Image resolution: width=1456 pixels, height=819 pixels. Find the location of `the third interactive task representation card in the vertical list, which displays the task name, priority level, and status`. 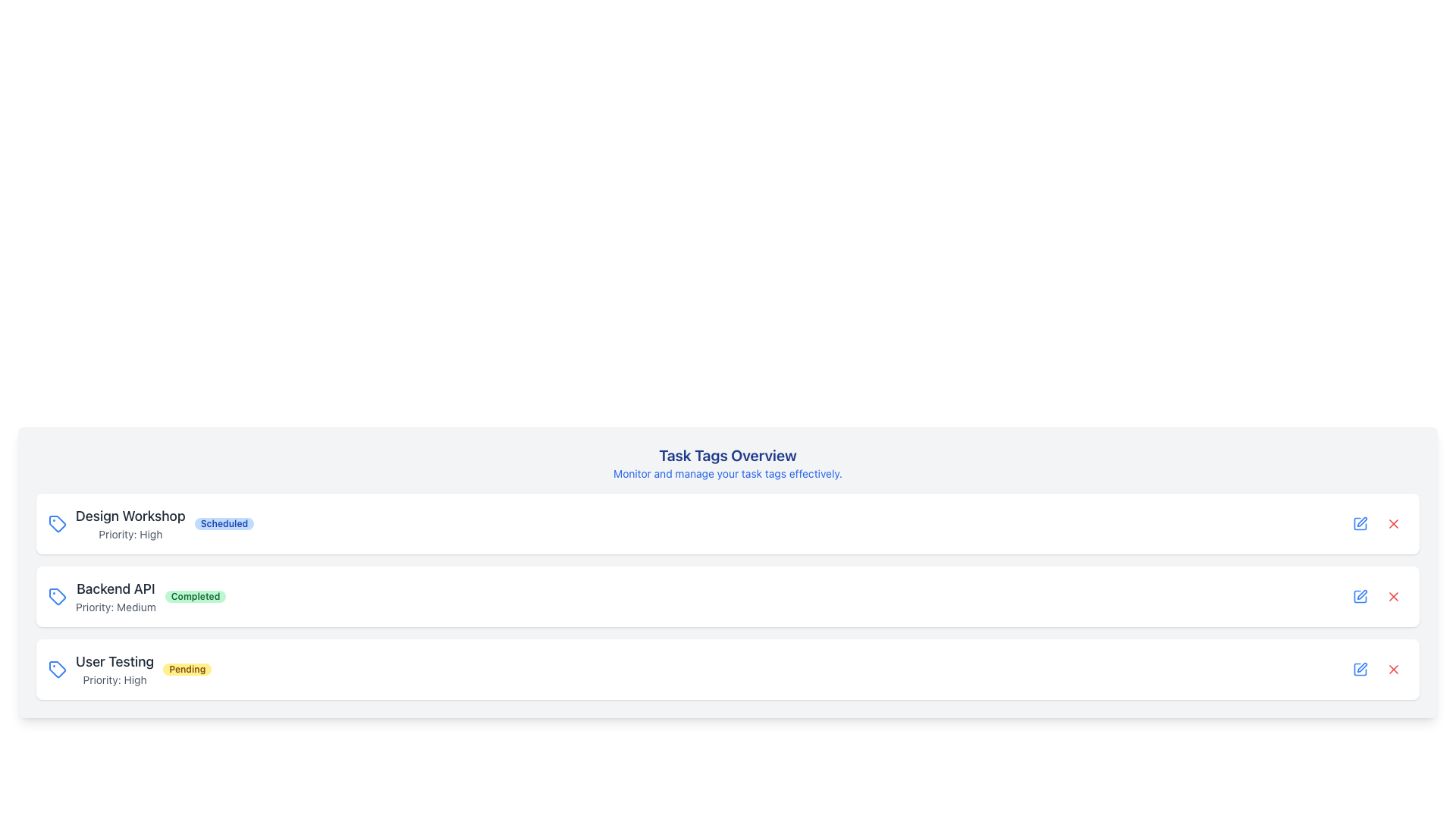

the third interactive task representation card in the vertical list, which displays the task name, priority level, and status is located at coordinates (728, 669).